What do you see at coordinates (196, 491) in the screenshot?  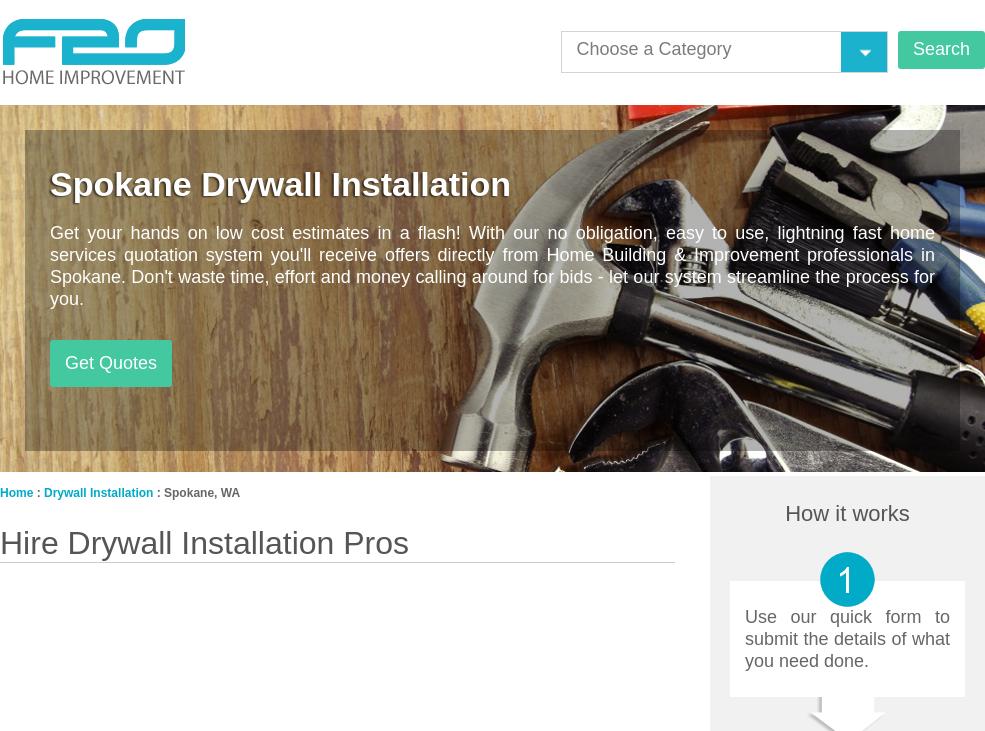 I see `':         
        Spokane, WA'` at bounding box center [196, 491].